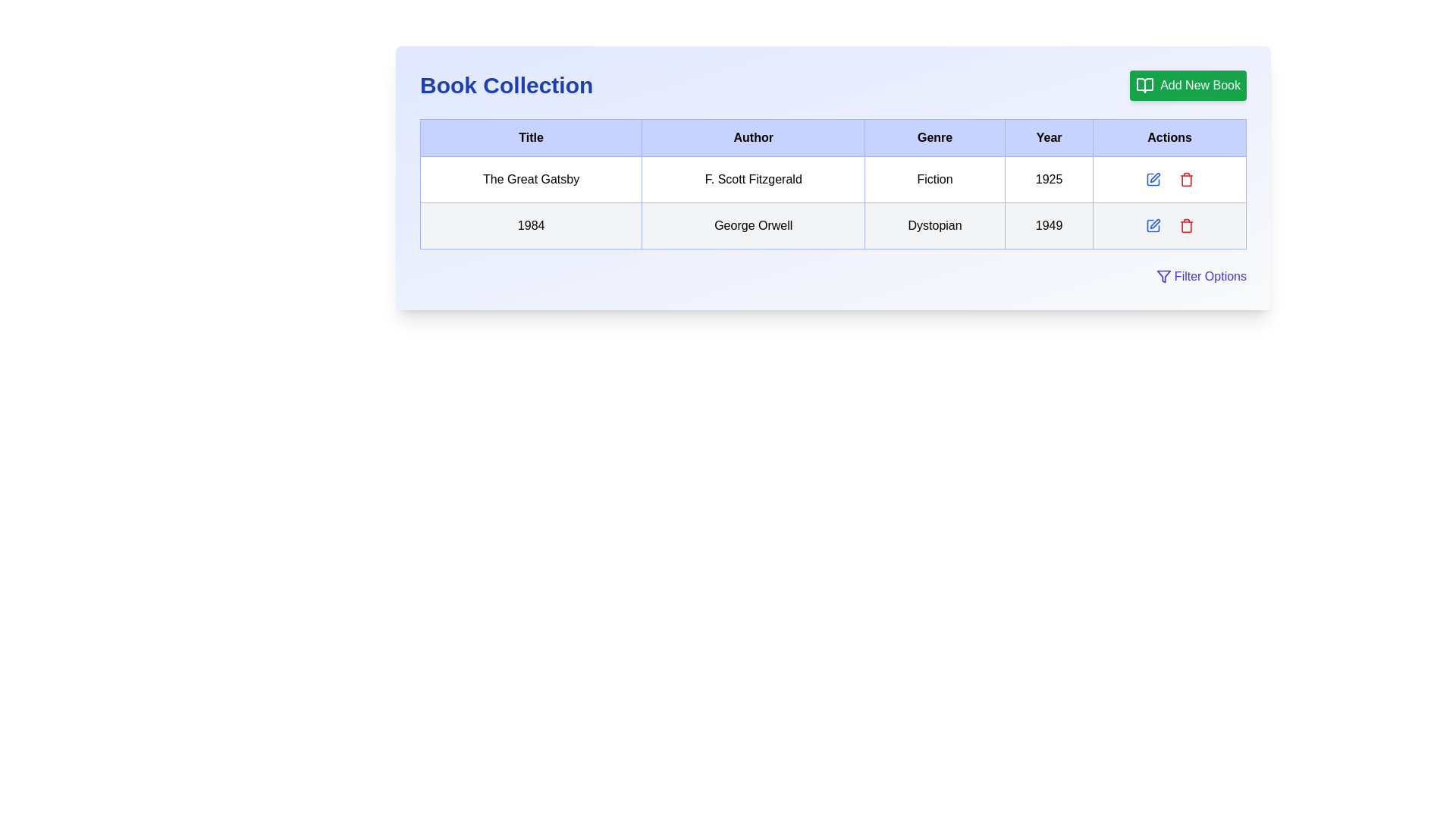 This screenshot has width=1456, height=819. I want to click on the Text Label that serves as a header or title for the section, positioned at the top-left corner, left-aligned before the 'Add New Book' button, so click(507, 85).